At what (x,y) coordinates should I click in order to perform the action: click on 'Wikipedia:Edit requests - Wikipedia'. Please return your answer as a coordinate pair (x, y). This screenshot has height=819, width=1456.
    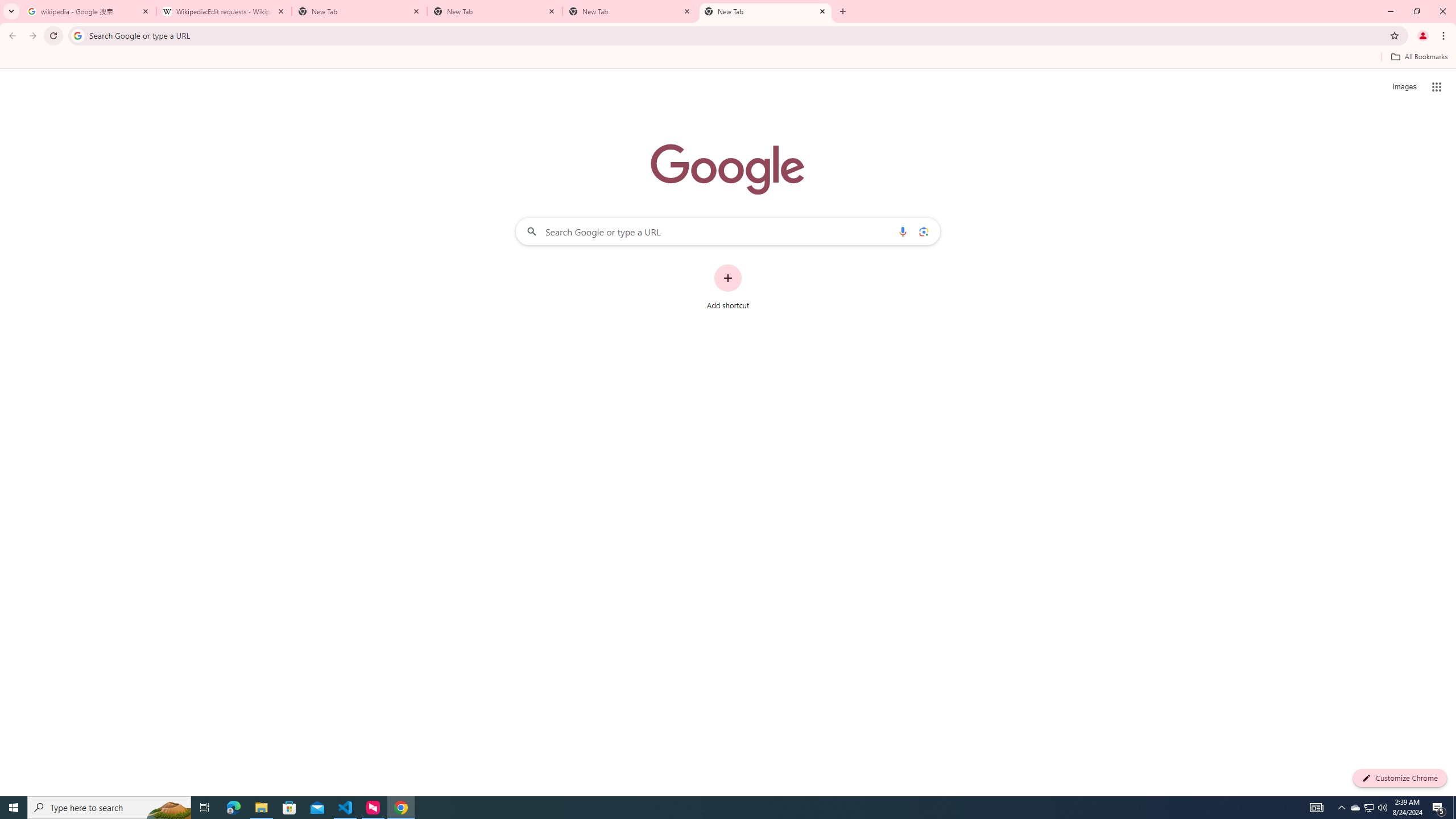
    Looking at the image, I should click on (224, 11).